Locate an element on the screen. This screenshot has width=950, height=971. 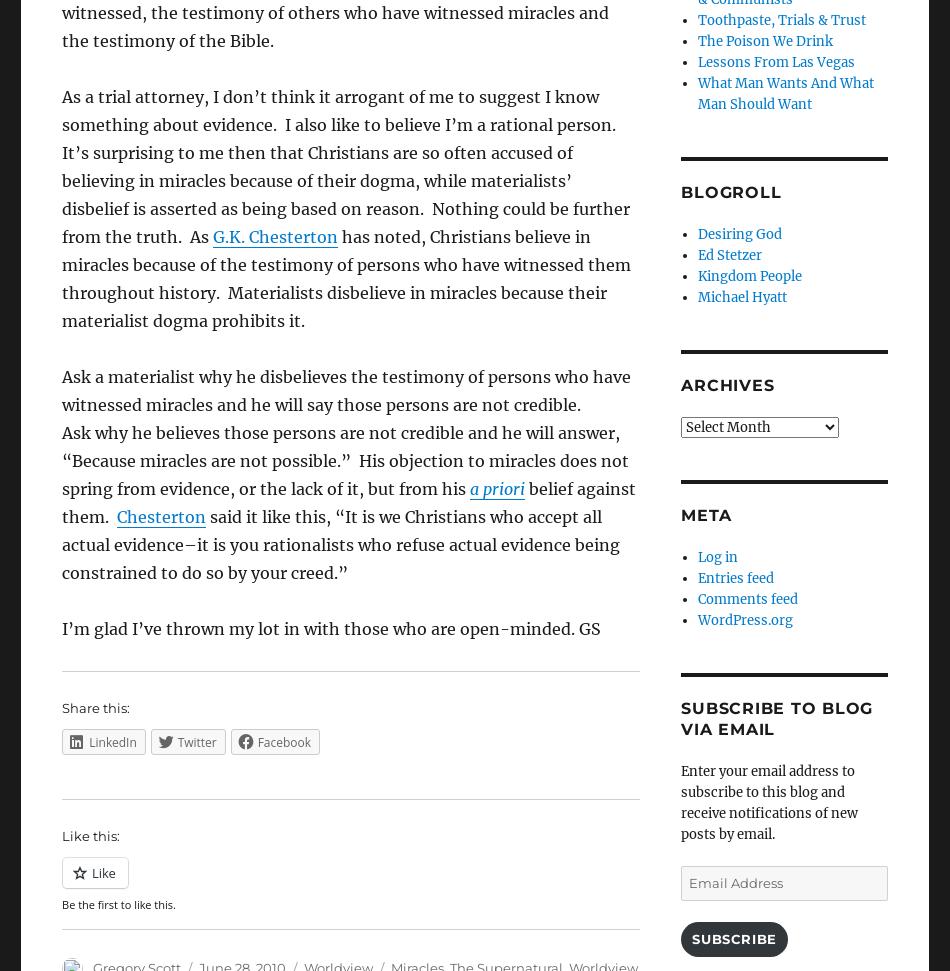
'a priori' is located at coordinates (497, 487).